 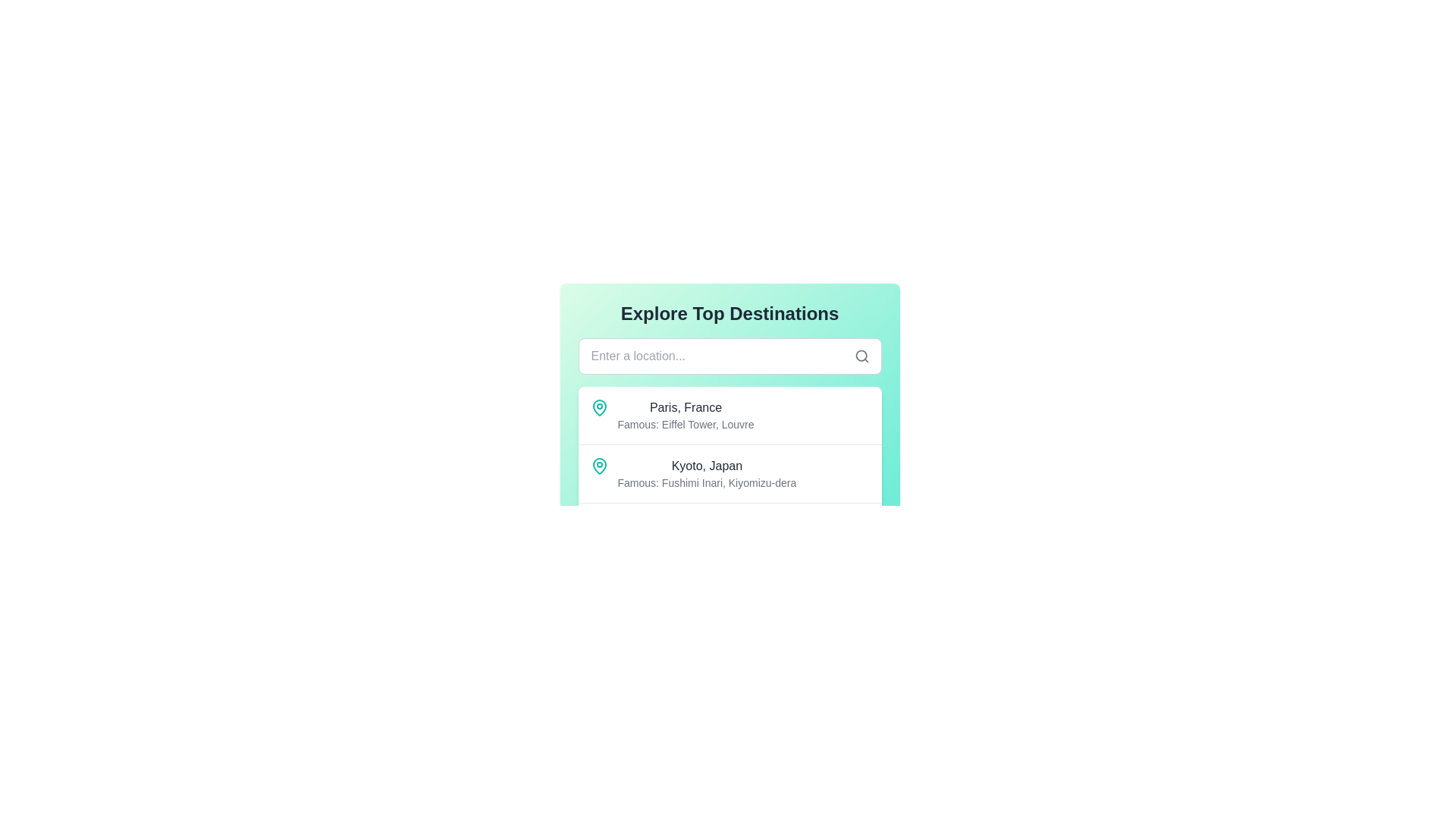 What do you see at coordinates (706, 472) in the screenshot?
I see `information displayed in the text block showing 'Kyoto, Japan' and its famous landmarks below it` at bounding box center [706, 472].